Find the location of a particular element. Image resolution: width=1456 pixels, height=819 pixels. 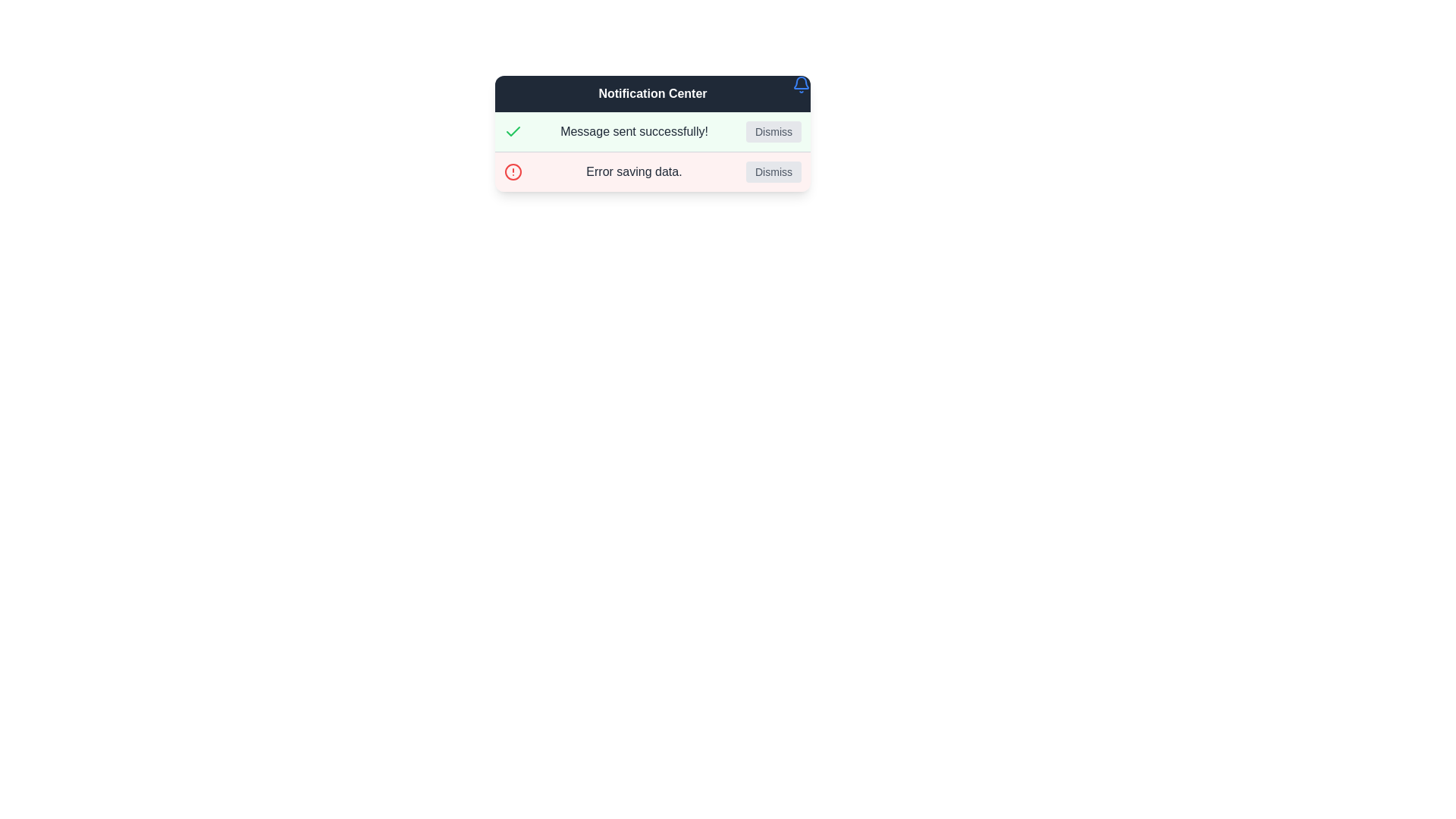

notification message displayed in the Notification Banner at the top of the Notification Center, which informs the user that a message was successfully sent is located at coordinates (652, 130).